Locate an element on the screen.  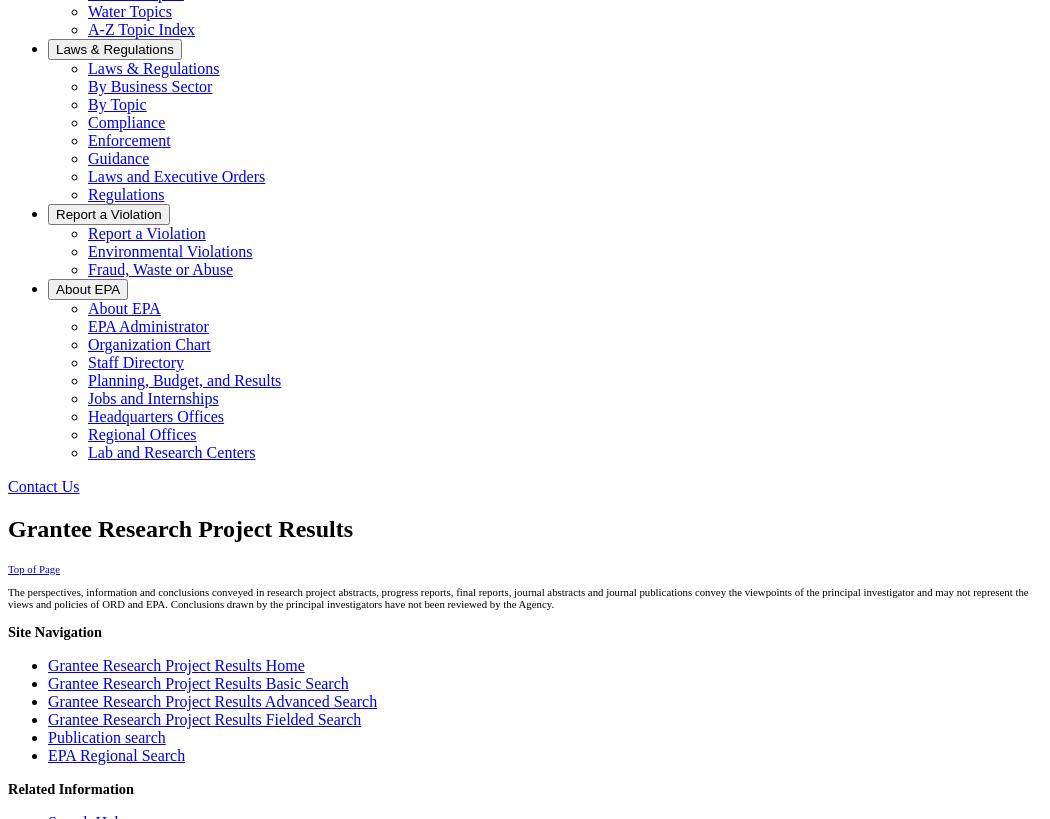
'By Business Sector' is located at coordinates (150, 86).